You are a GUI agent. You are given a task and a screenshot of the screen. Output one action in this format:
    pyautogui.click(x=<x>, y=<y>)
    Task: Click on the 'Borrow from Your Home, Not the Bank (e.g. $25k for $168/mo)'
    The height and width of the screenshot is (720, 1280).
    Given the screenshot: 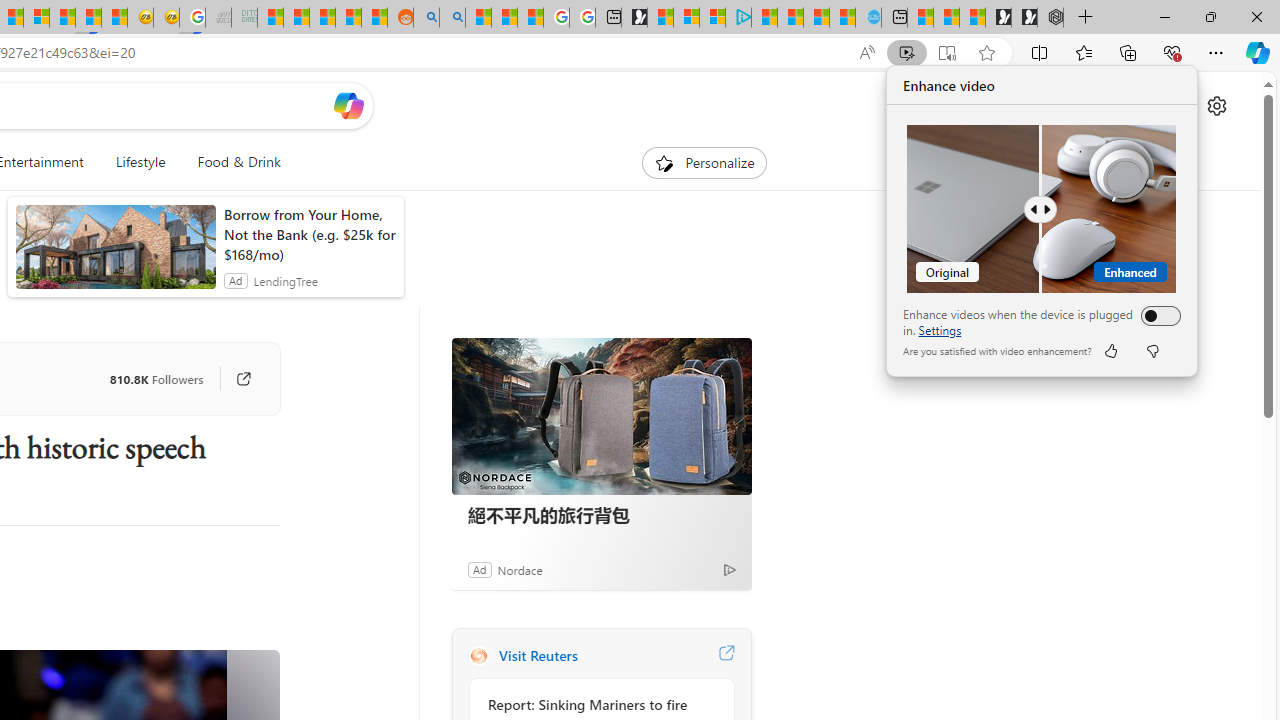 What is the action you would take?
    pyautogui.click(x=308, y=234)
    